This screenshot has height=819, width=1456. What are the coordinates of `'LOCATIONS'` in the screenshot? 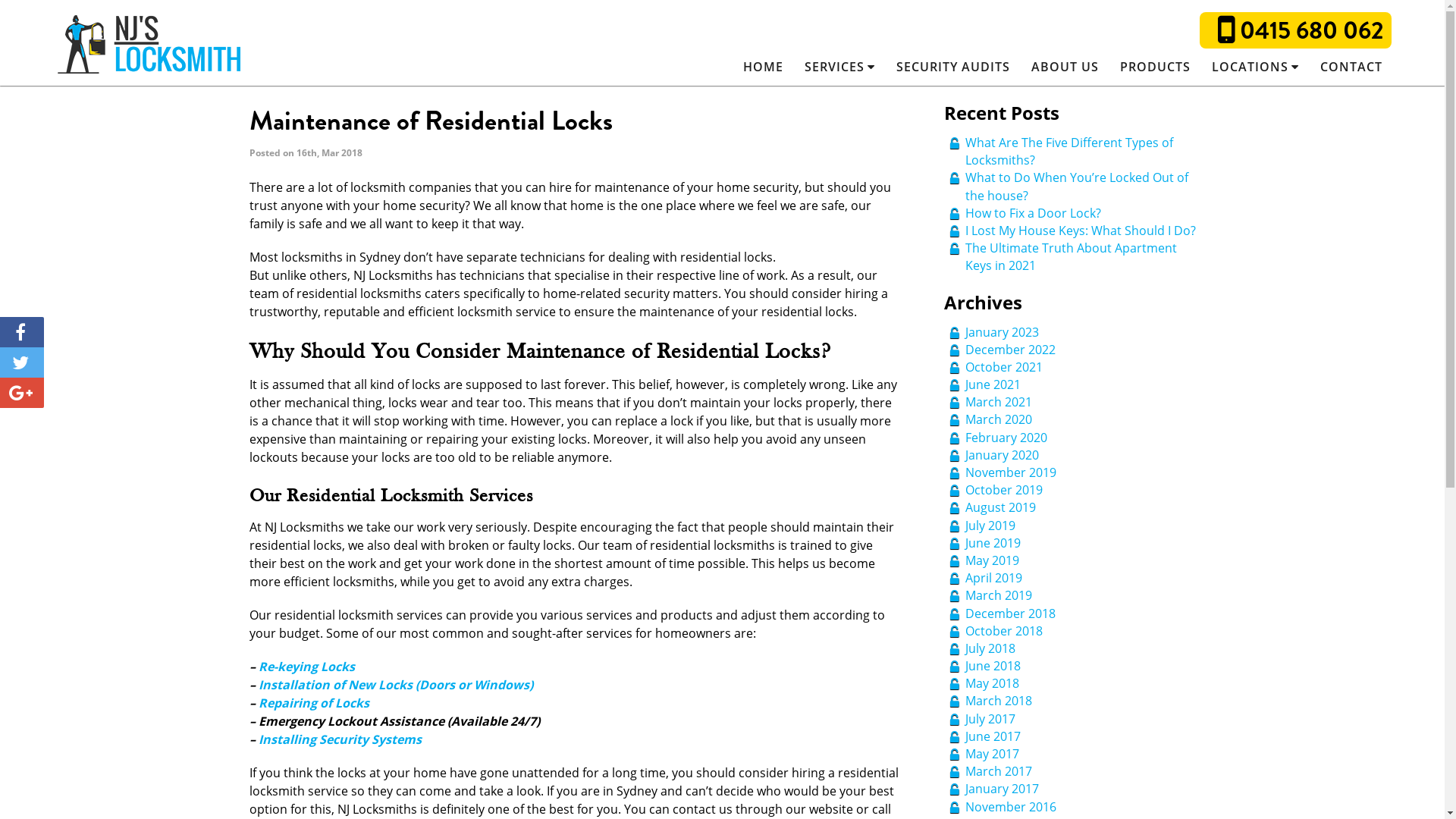 It's located at (1201, 66).